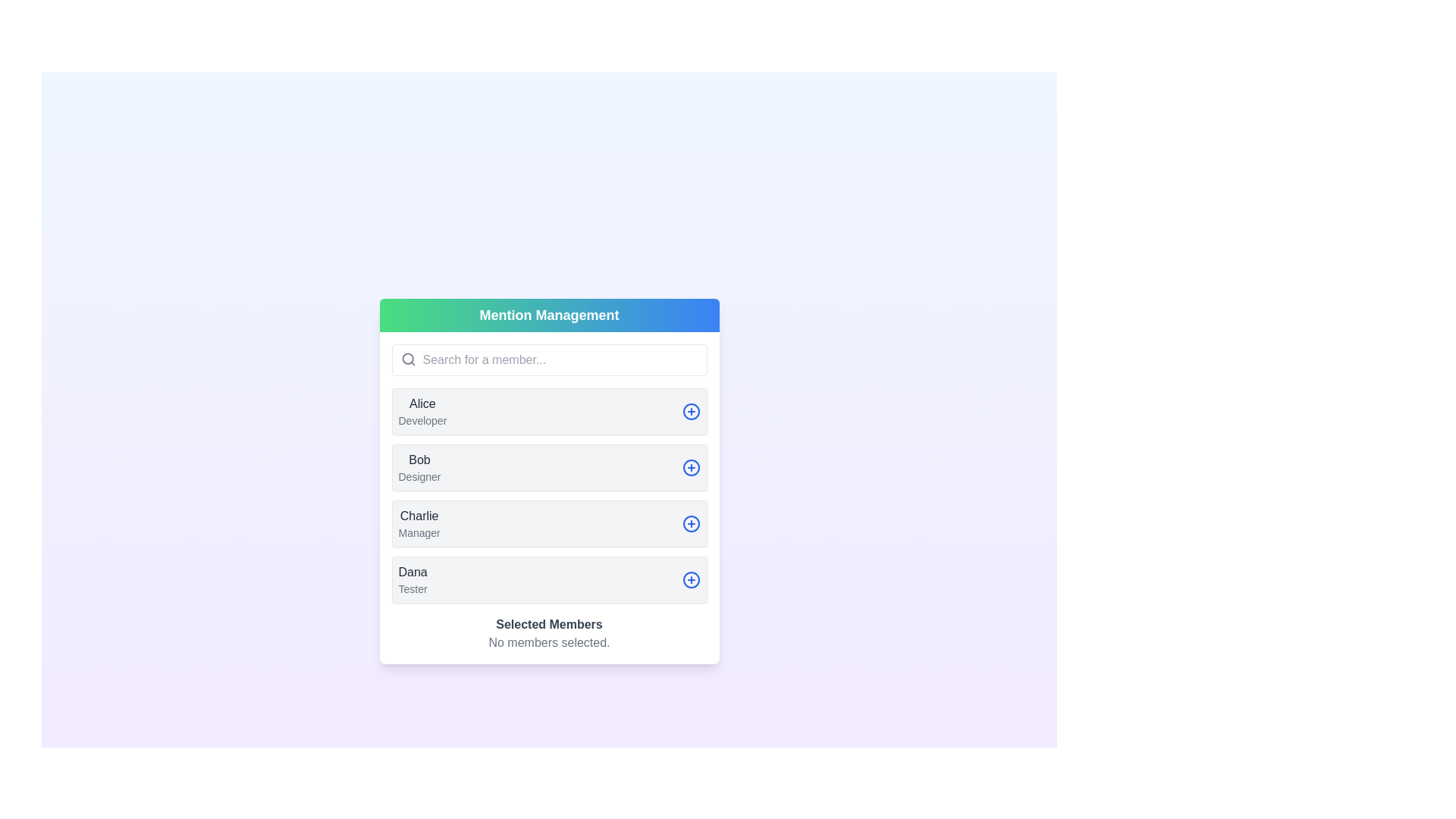 The height and width of the screenshot is (819, 1456). What do you see at coordinates (690, 467) in the screenshot?
I see `the circular button with a blue outline and a centered '+' symbol located in the top-right corner of the 'Bob Designer' user card` at bounding box center [690, 467].